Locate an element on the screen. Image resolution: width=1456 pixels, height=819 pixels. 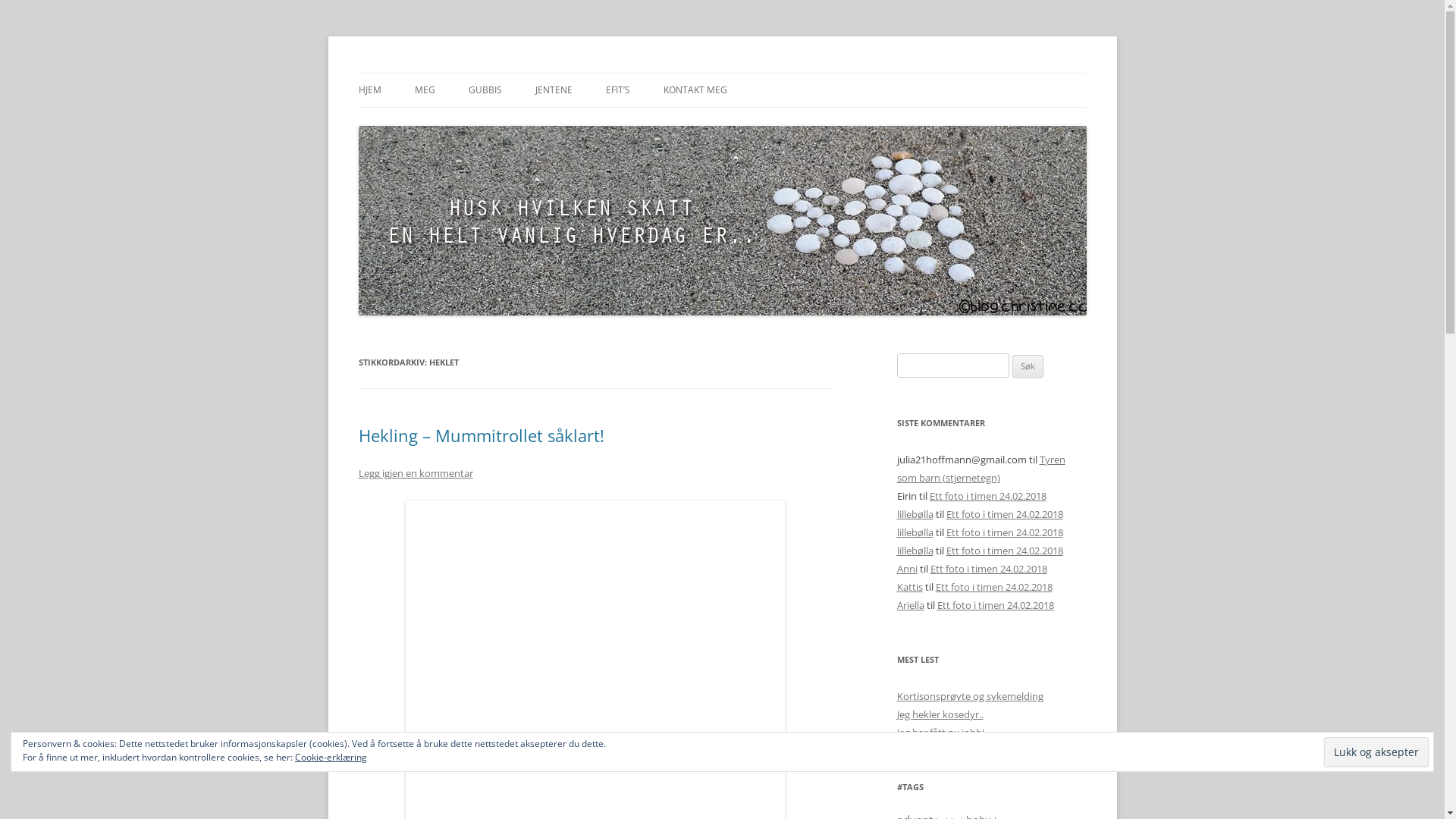
'Anni' is located at coordinates (896, 568).